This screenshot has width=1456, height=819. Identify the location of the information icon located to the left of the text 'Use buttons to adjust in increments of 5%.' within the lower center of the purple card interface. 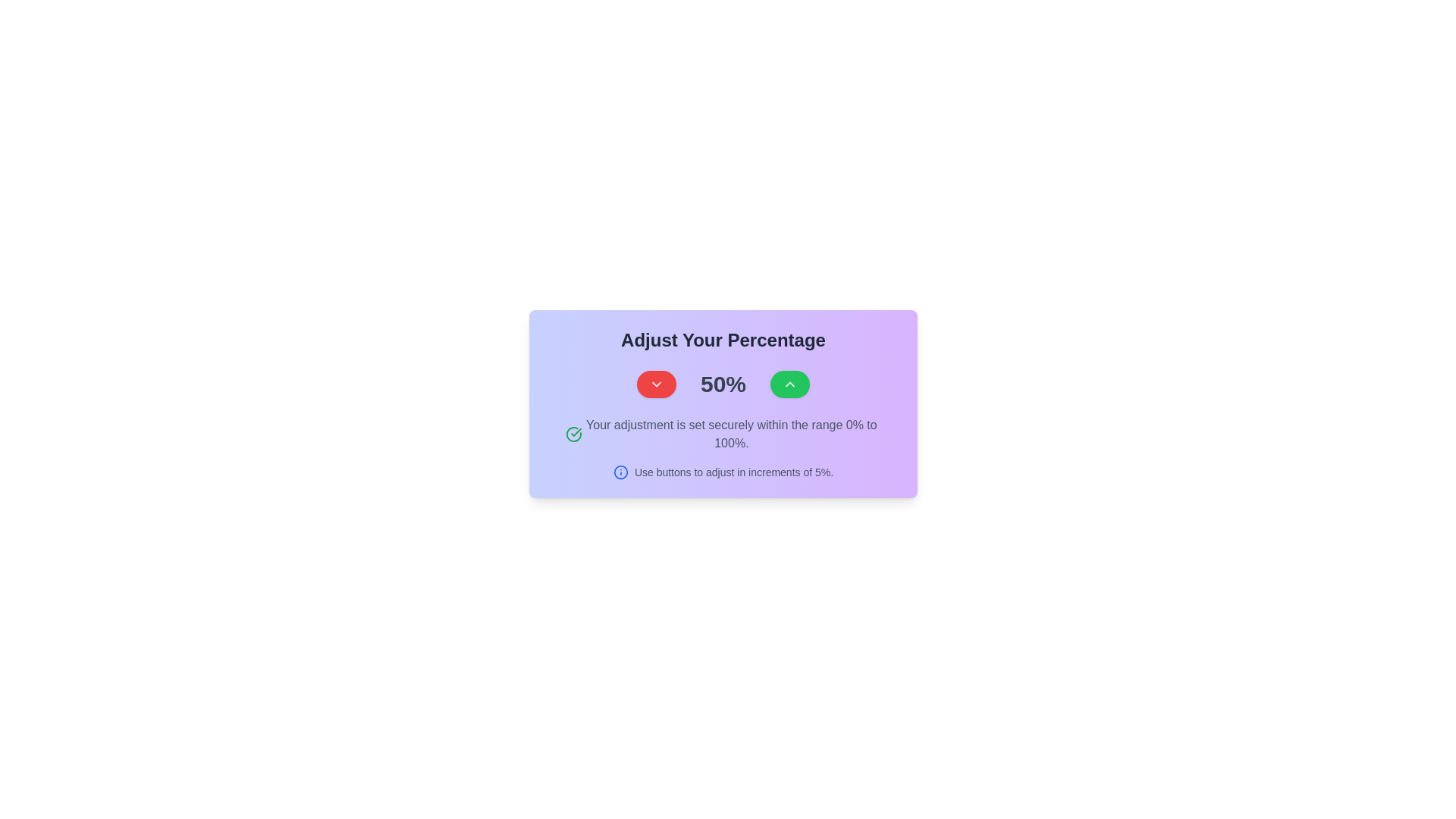
(620, 472).